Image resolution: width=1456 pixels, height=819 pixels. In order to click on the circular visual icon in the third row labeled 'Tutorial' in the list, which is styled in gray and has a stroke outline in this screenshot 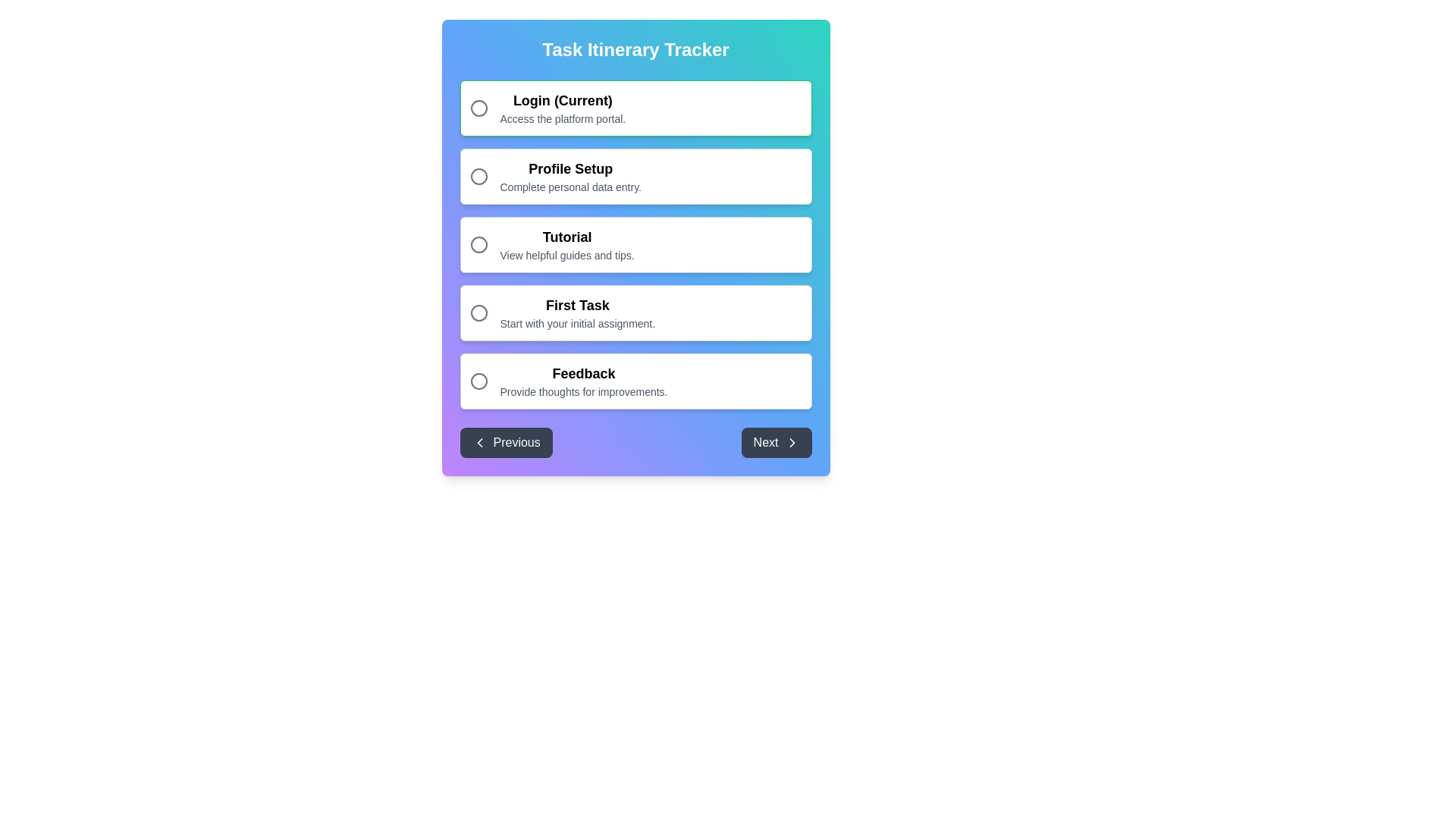, I will do `click(478, 244)`.